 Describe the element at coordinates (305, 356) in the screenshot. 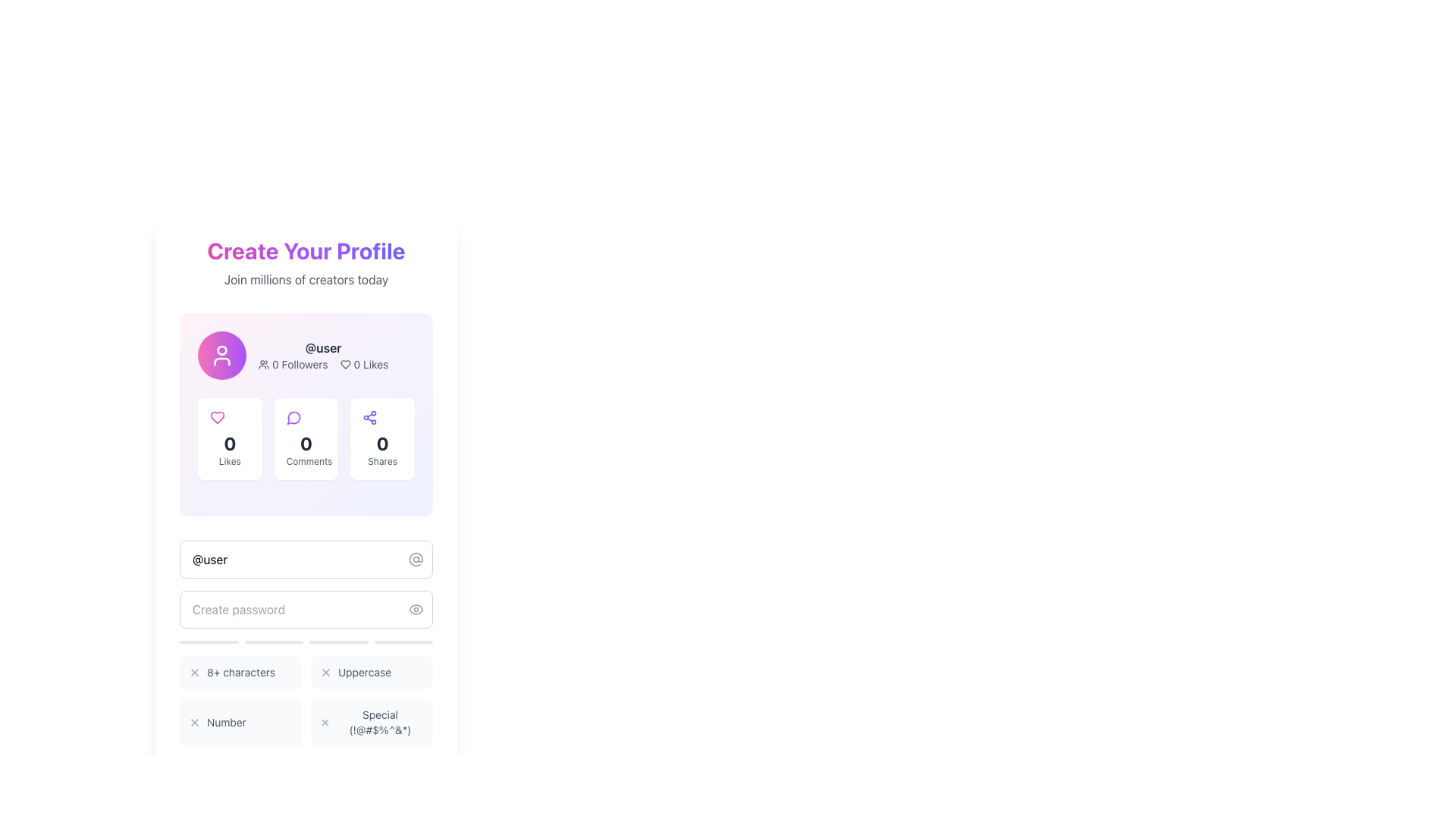

I see `the Profile summary section located near the top center of the viewport, below the header section that prompts profile creation` at that location.